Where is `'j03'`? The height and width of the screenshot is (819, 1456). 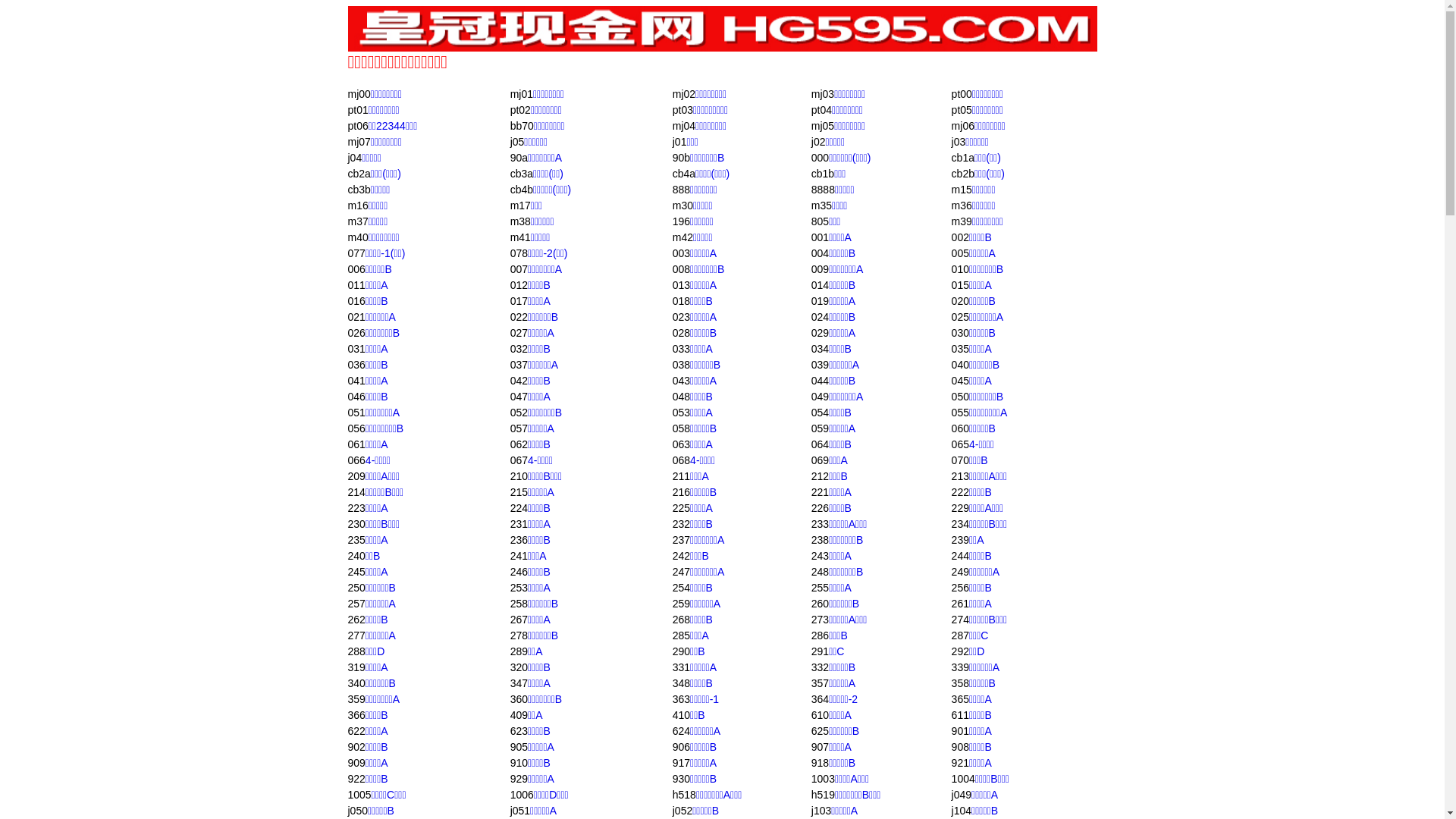 'j03' is located at coordinates (958, 141).